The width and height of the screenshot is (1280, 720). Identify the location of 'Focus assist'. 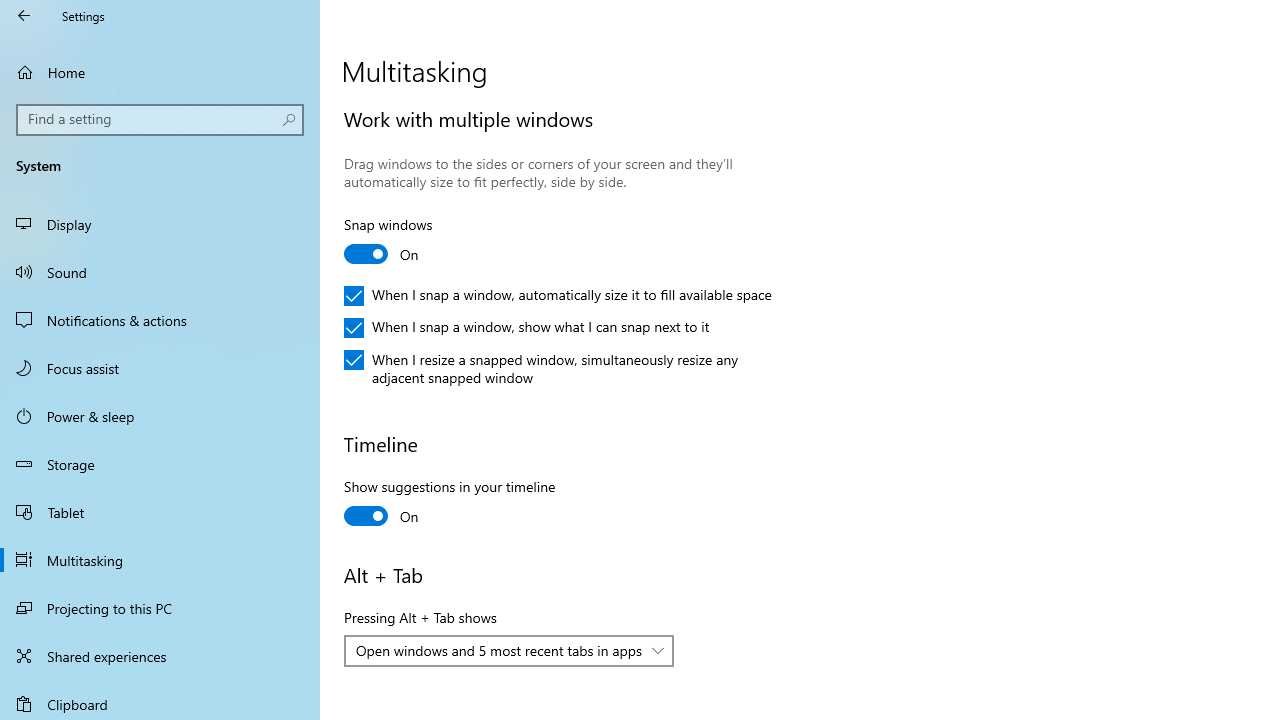
(160, 367).